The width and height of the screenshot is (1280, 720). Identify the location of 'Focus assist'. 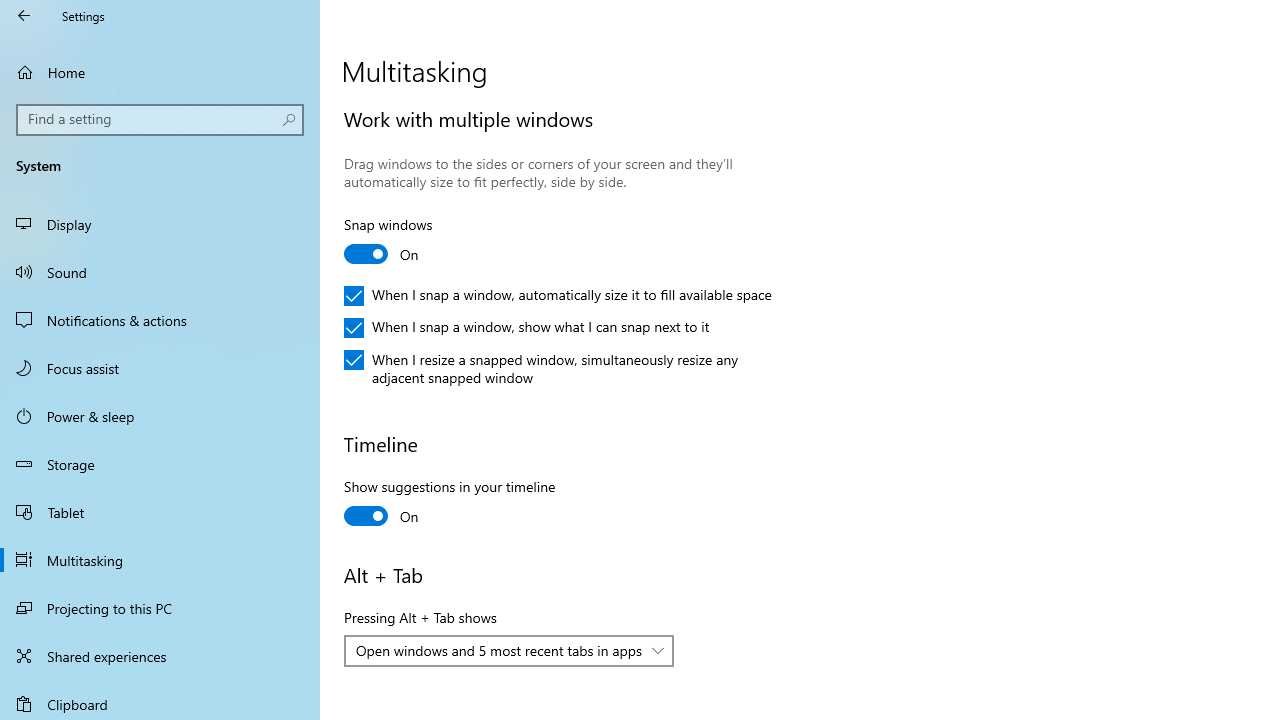
(160, 367).